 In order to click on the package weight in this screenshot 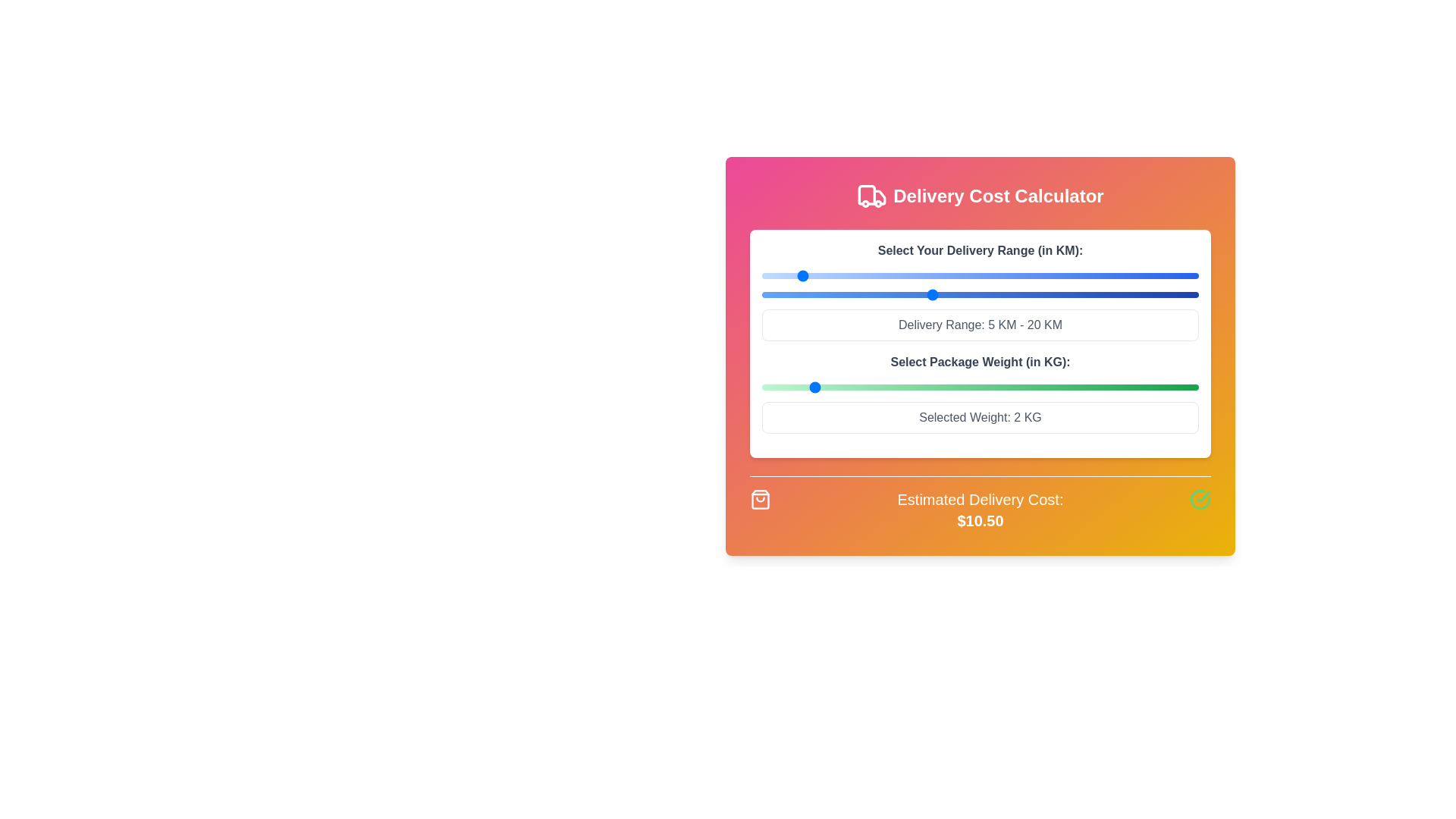, I will do `click(907, 386)`.